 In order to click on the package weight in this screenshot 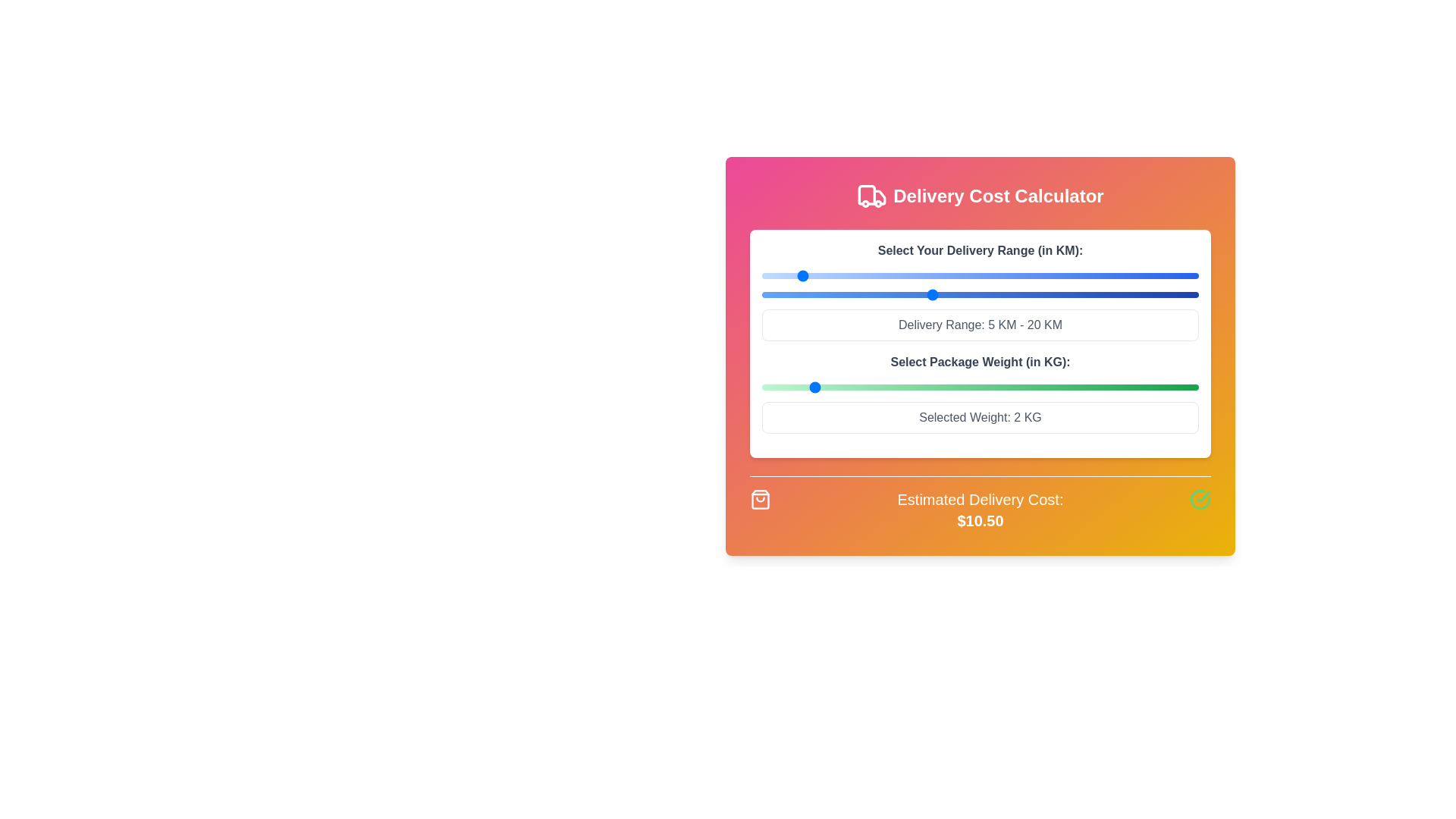, I will do `click(907, 386)`.